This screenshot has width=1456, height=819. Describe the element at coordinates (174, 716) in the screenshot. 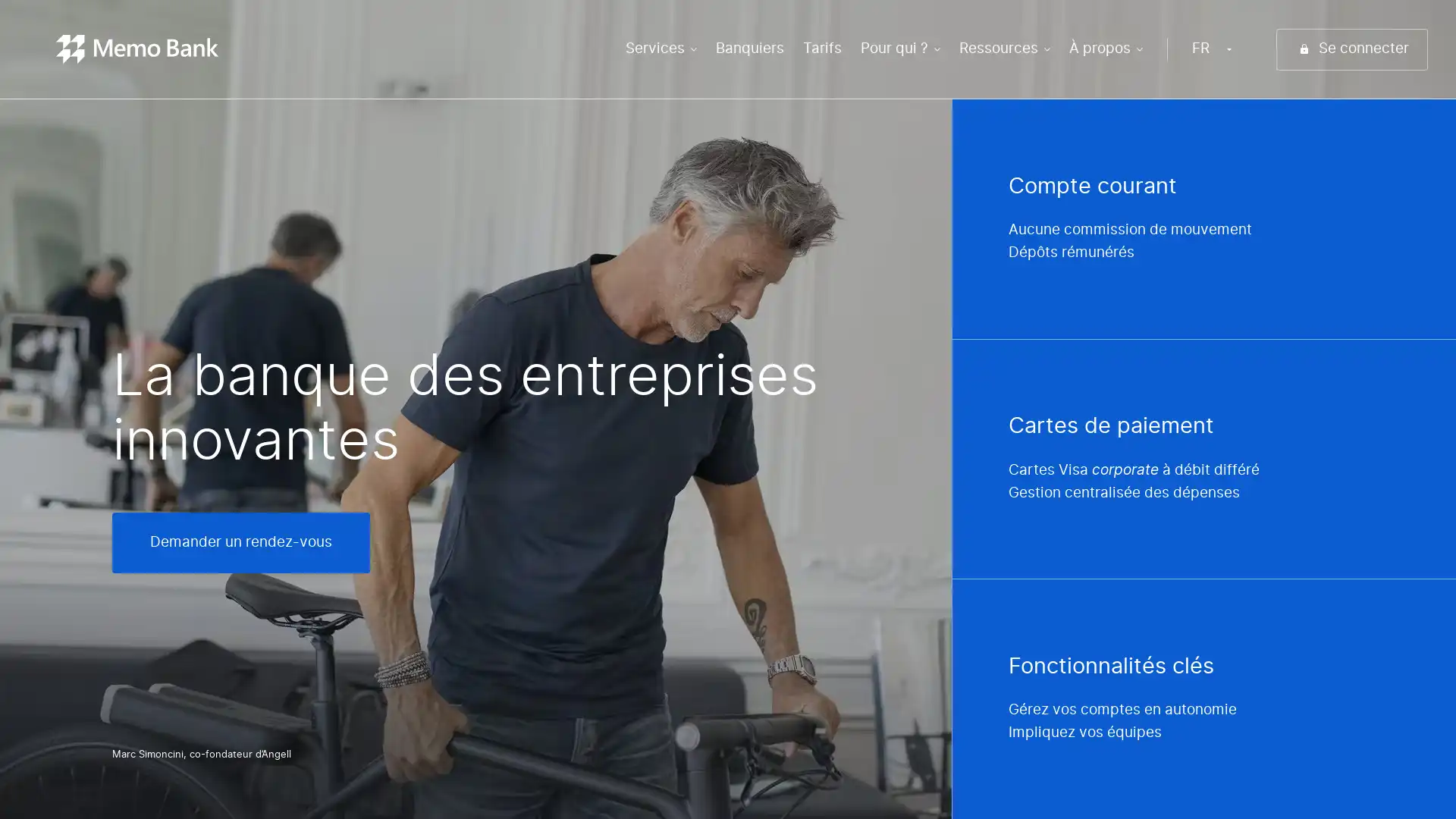

I see `Consentements certifies par` at that location.